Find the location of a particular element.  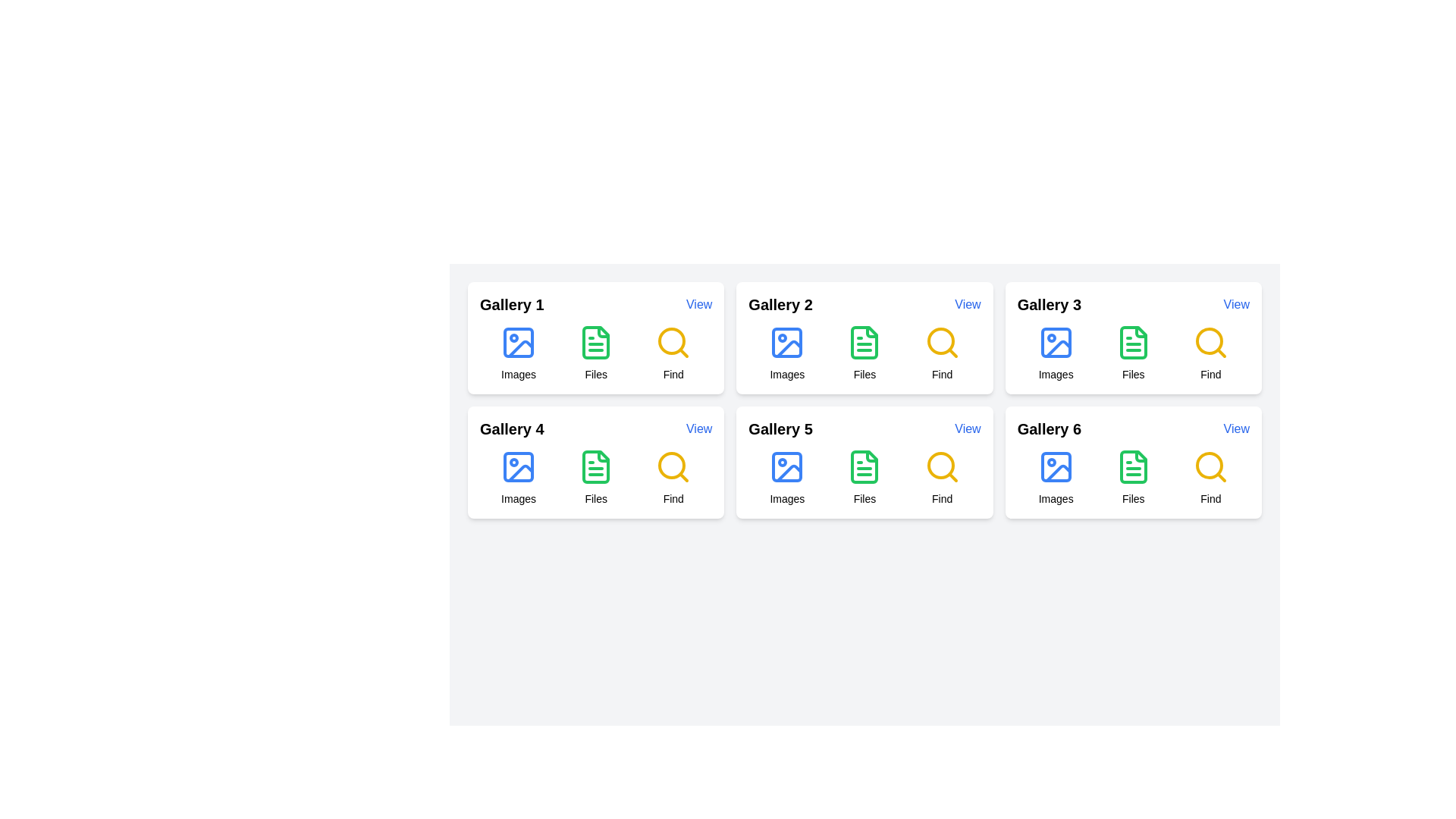

the green document icon labeled 'Files' located in the Gallery 4 section is located at coordinates (595, 476).